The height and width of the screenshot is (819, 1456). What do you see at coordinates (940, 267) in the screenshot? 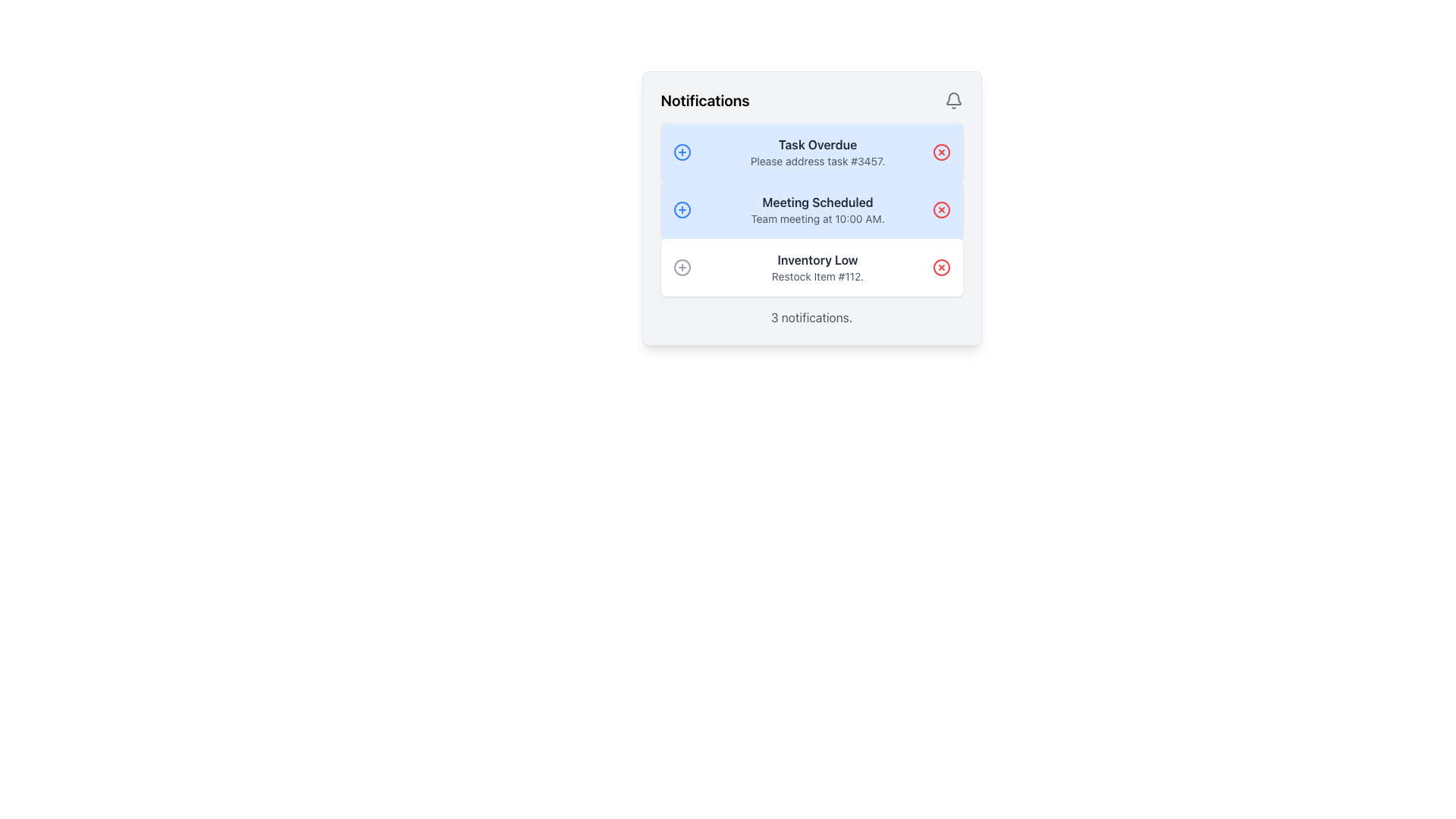
I see `the circular button with a white cross inside, styled with a red border and background, located at the top-right corner of the 'Inventory Low' notification card` at bounding box center [940, 267].